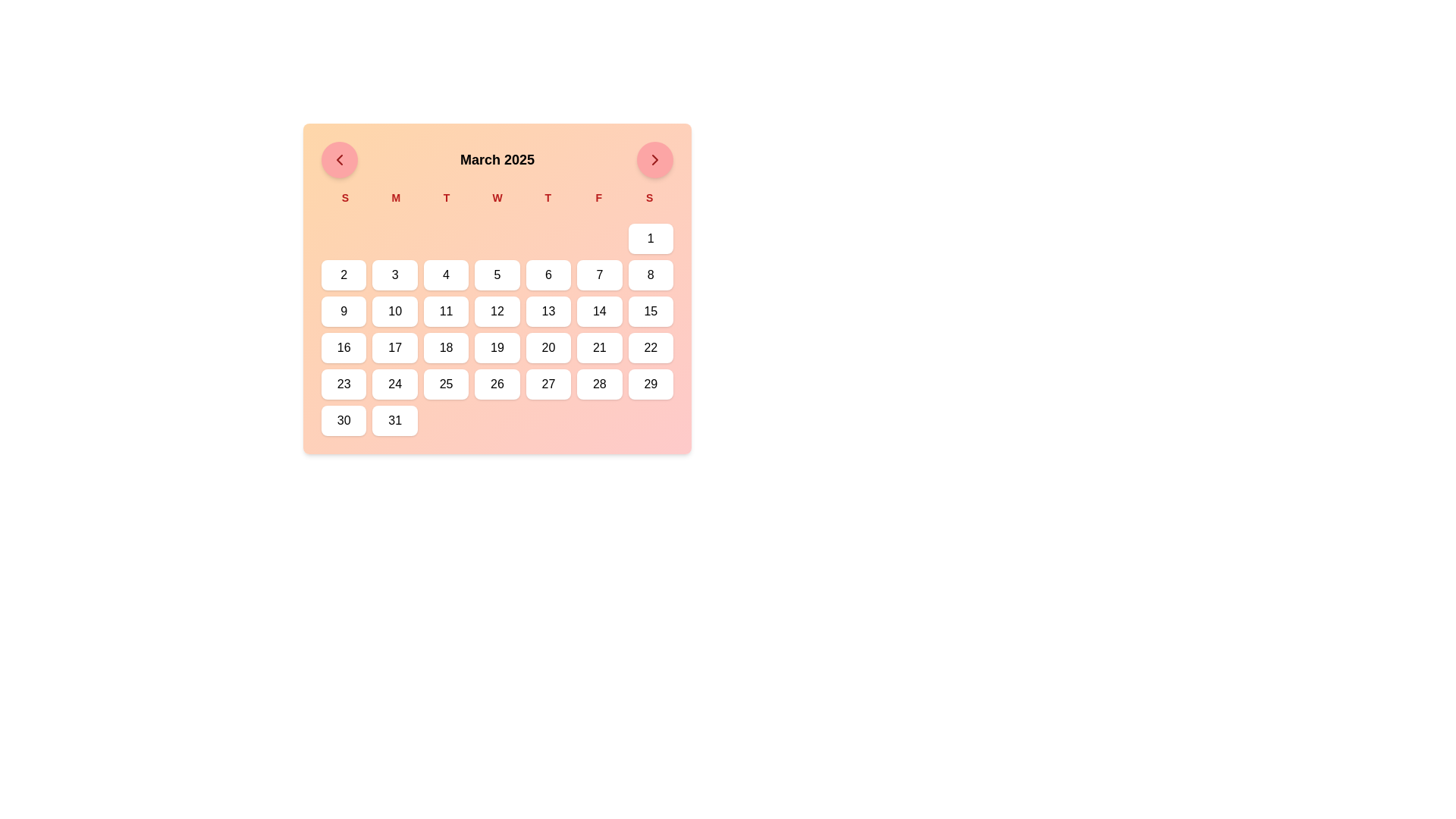 This screenshot has width=1456, height=819. Describe the element at coordinates (343, 239) in the screenshot. I see `the empty cell placeholder in the first row and first column of the calendar grid, which serves as a structural component aligning day headers` at that location.